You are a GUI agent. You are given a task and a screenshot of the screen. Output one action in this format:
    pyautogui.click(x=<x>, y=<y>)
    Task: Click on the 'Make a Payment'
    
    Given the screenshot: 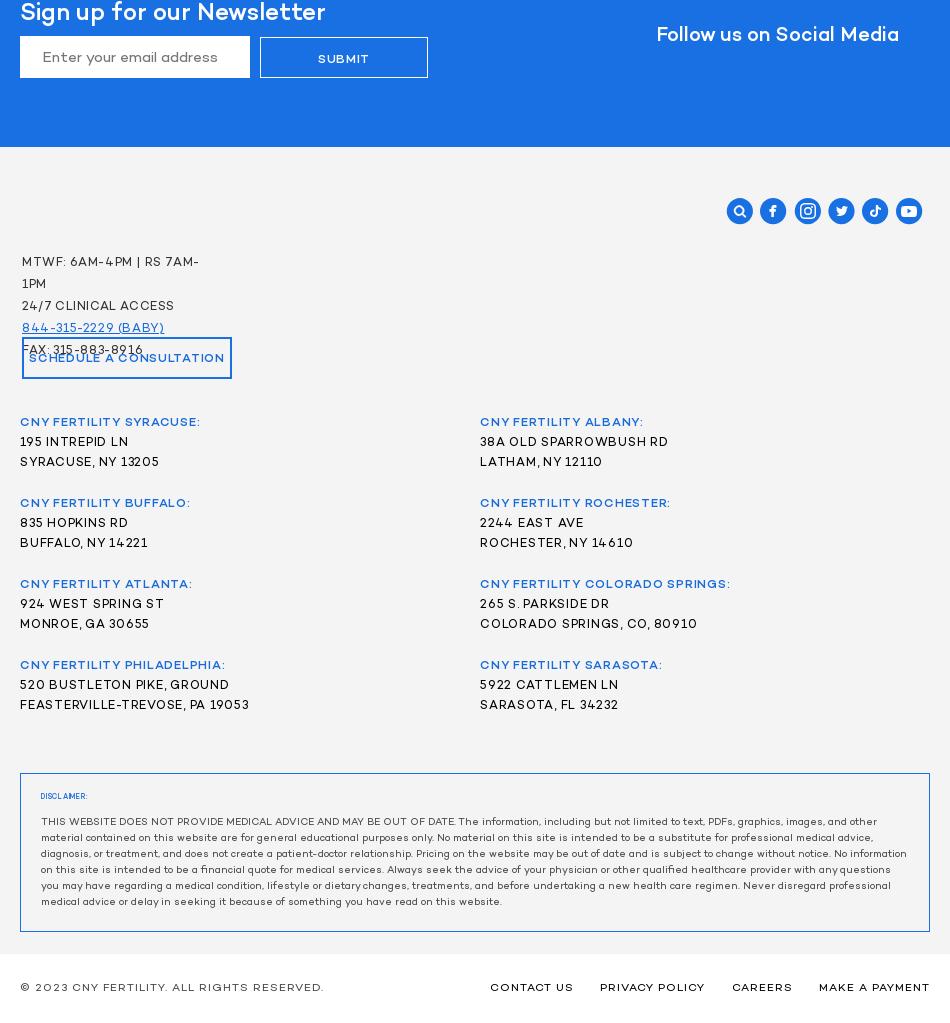 What is the action you would take?
    pyautogui.click(x=872, y=987)
    